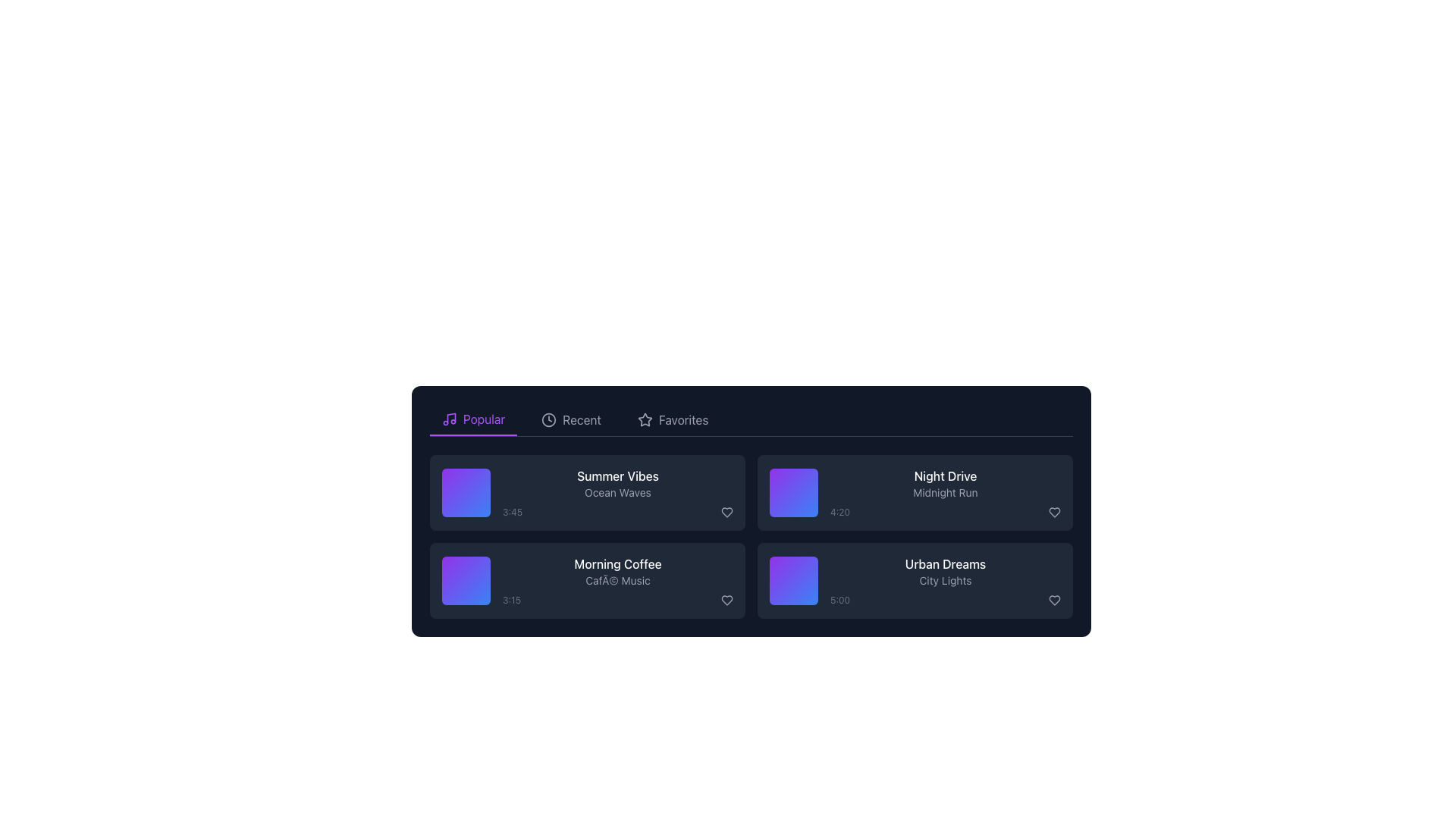  Describe the element at coordinates (483, 419) in the screenshot. I see `the label in the tabbed navigation bar that is positioned to the left of 'Recent' and 'Favorites'` at that location.